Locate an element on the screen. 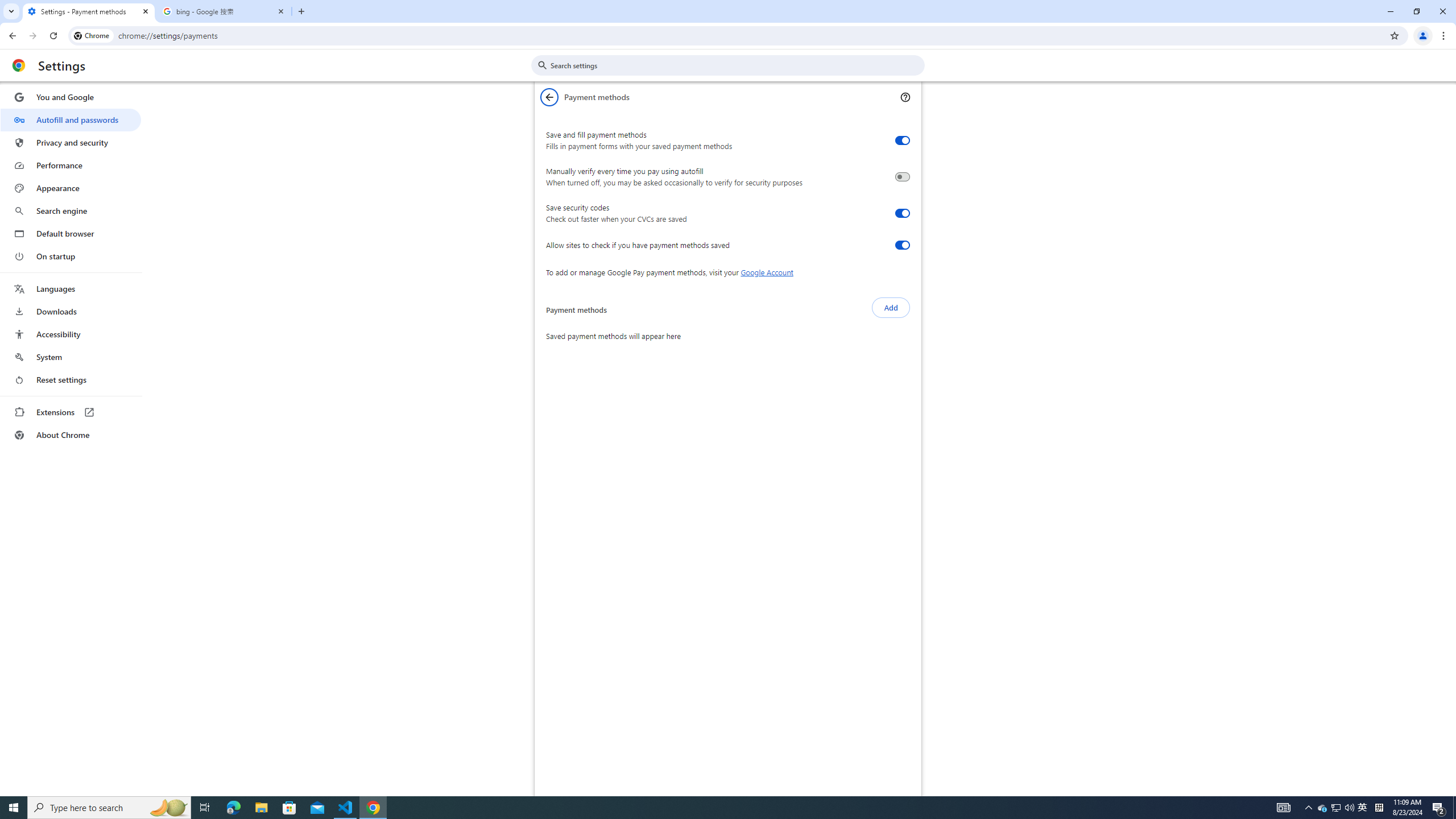 This screenshot has width=1456, height=819. 'Search settings' is located at coordinates (735, 65).